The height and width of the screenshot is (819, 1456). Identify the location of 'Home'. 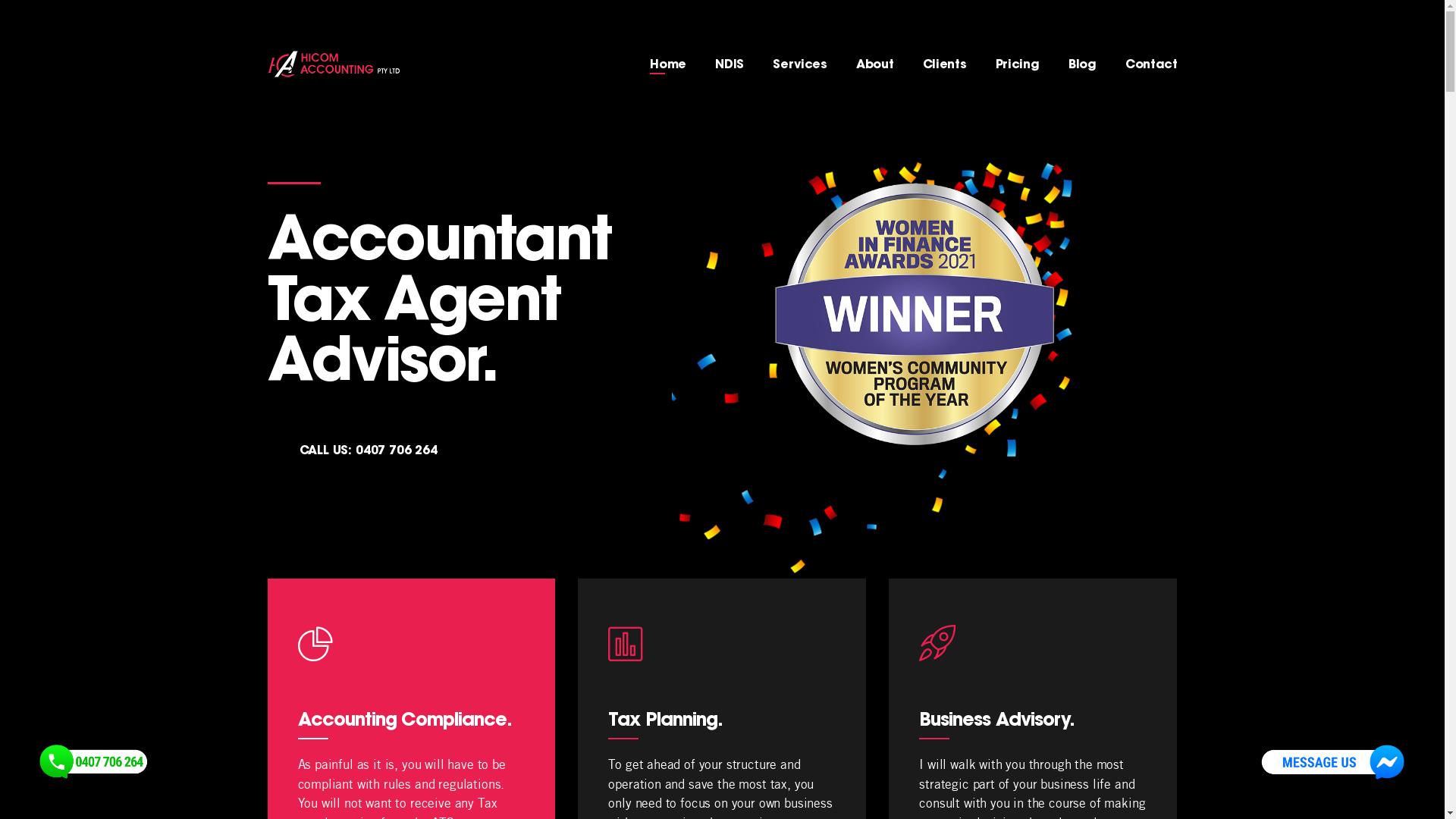
(667, 64).